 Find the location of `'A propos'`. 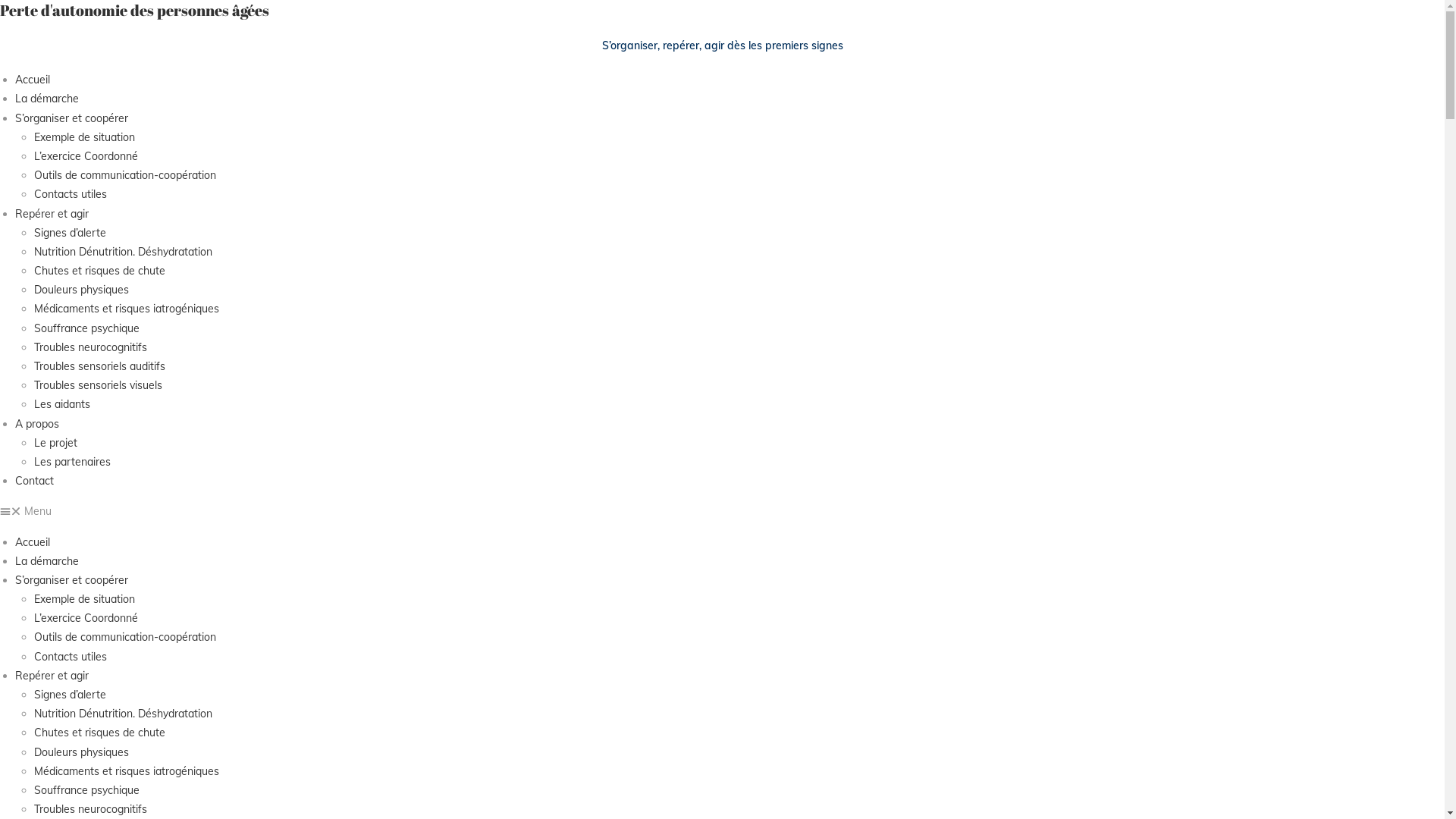

'A propos' is located at coordinates (36, 424).